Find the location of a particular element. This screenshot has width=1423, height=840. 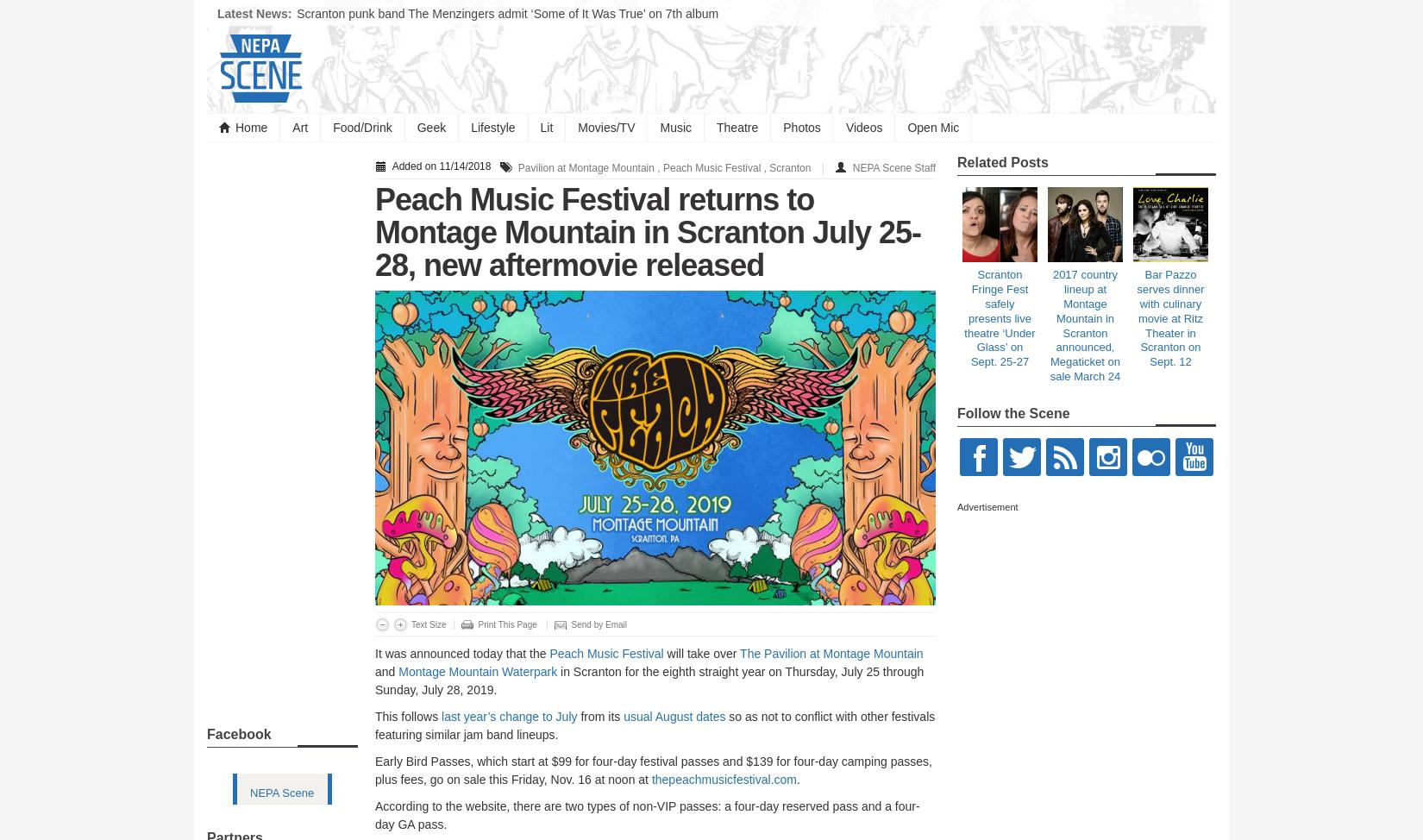

'Peach Music Festival returns to Montage Mountain in Scranton July 25-28, new aftermovie released' is located at coordinates (647, 231).